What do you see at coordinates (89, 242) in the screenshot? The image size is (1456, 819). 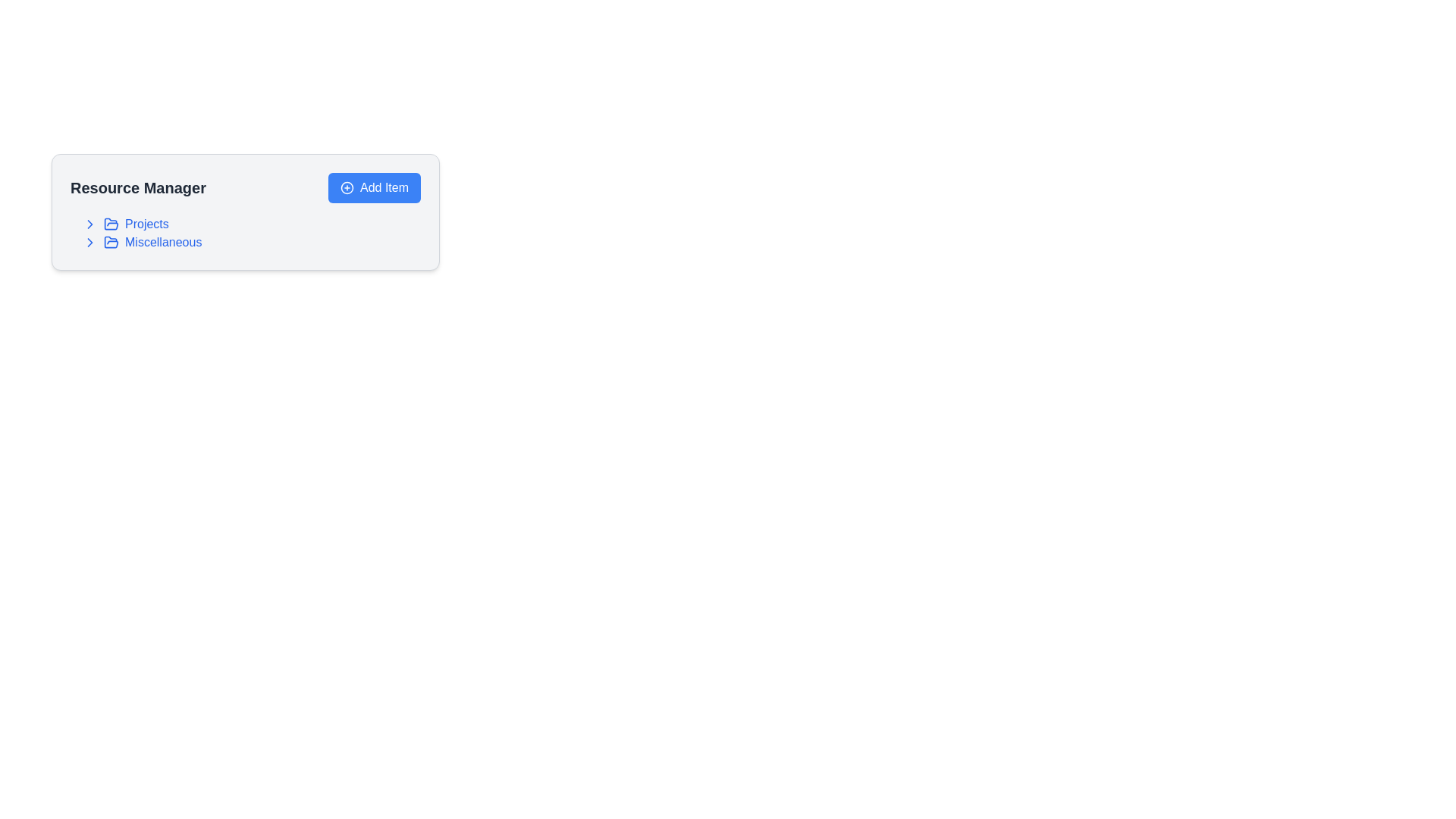 I see `the right-chevron icon` at bounding box center [89, 242].